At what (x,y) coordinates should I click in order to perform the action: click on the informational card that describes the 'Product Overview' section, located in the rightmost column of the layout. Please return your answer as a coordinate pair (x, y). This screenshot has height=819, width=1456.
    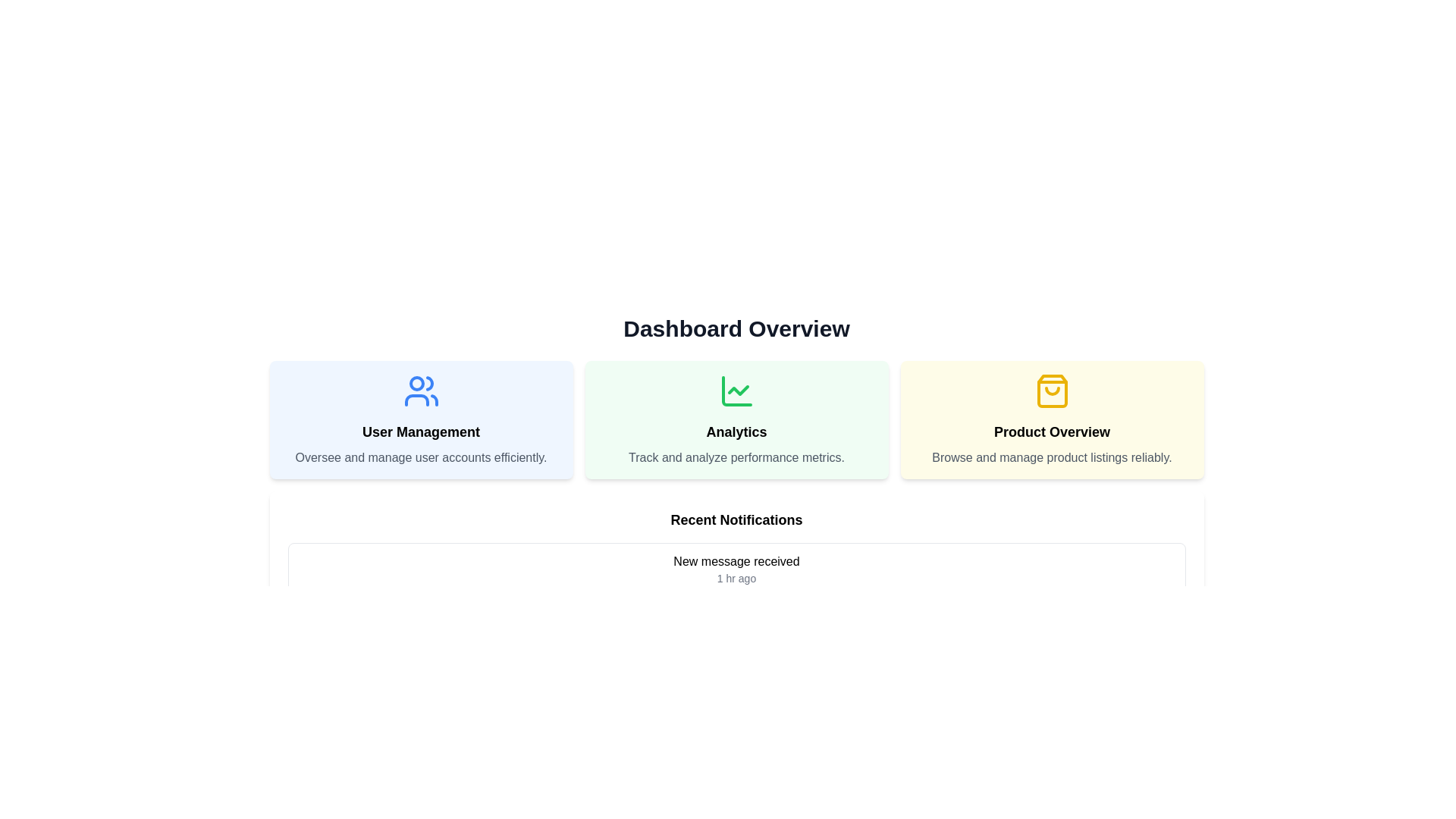
    Looking at the image, I should click on (1051, 420).